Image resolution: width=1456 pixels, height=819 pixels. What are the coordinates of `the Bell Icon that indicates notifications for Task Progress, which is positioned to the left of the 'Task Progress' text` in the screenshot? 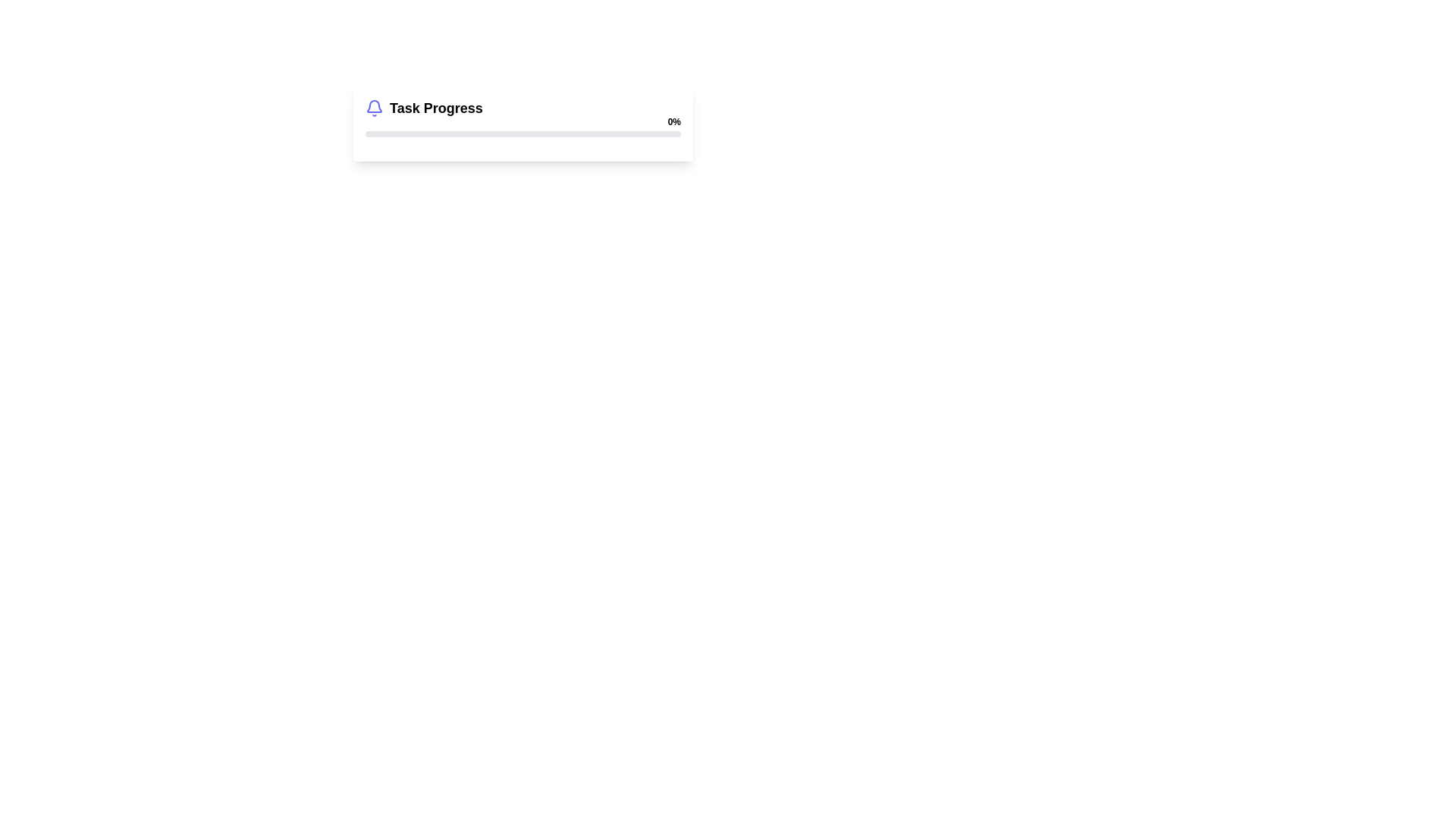 It's located at (375, 107).